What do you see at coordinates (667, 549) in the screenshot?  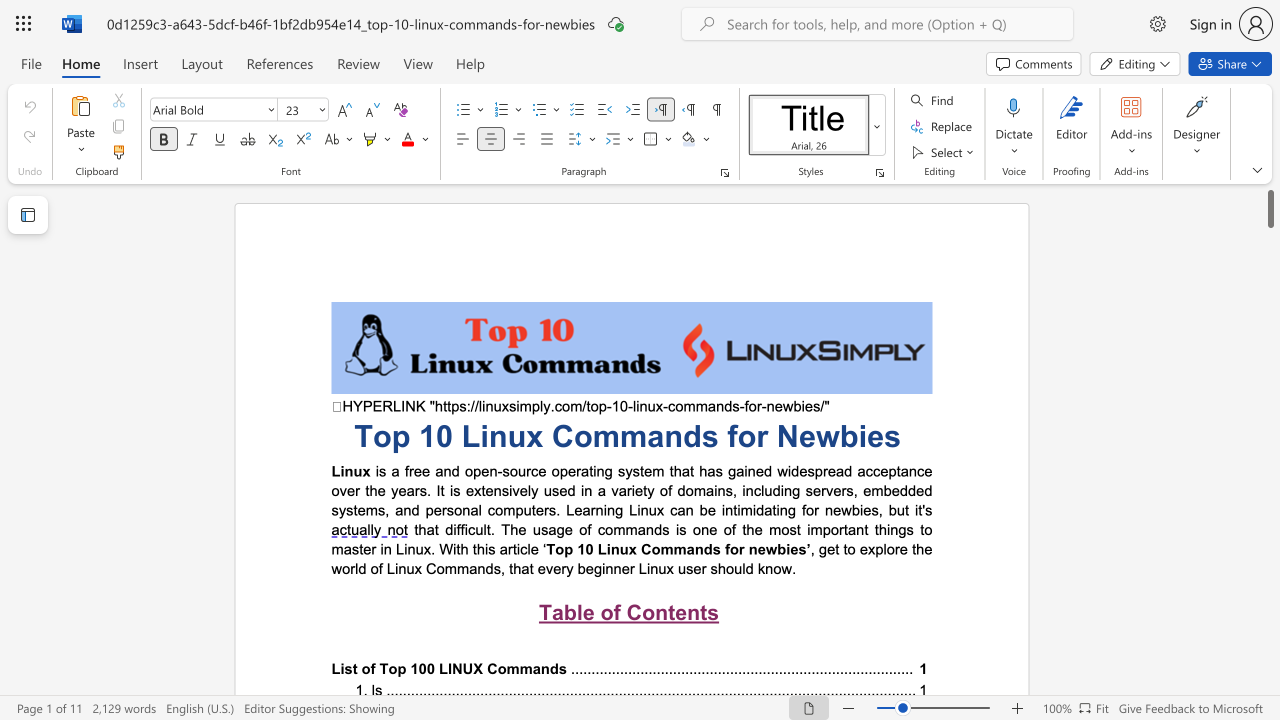 I see `the 1th character "m" in the text` at bounding box center [667, 549].